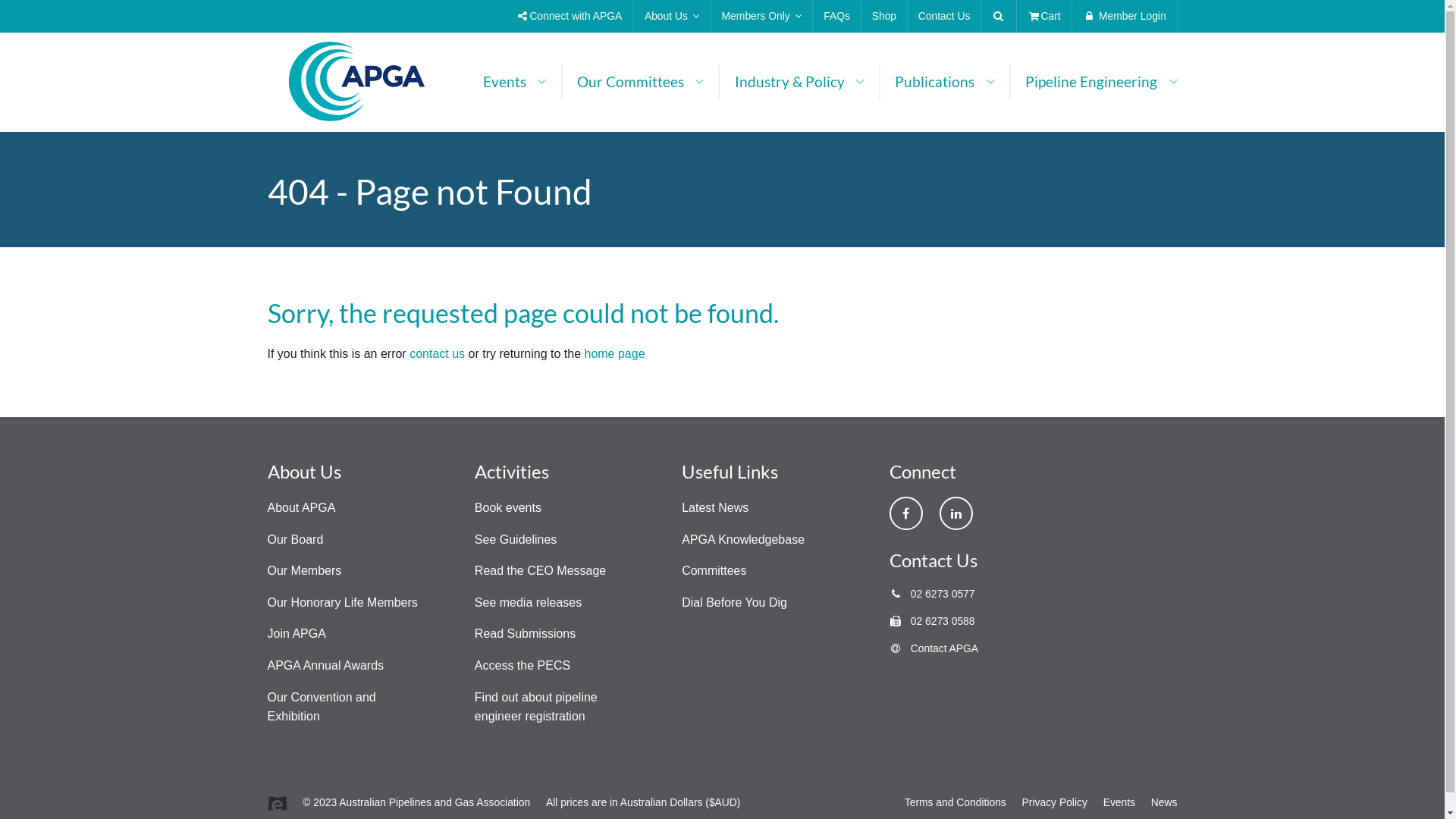 The width and height of the screenshot is (1456, 819). Describe the element at coordinates (296, 633) in the screenshot. I see `'Join APGA'` at that location.